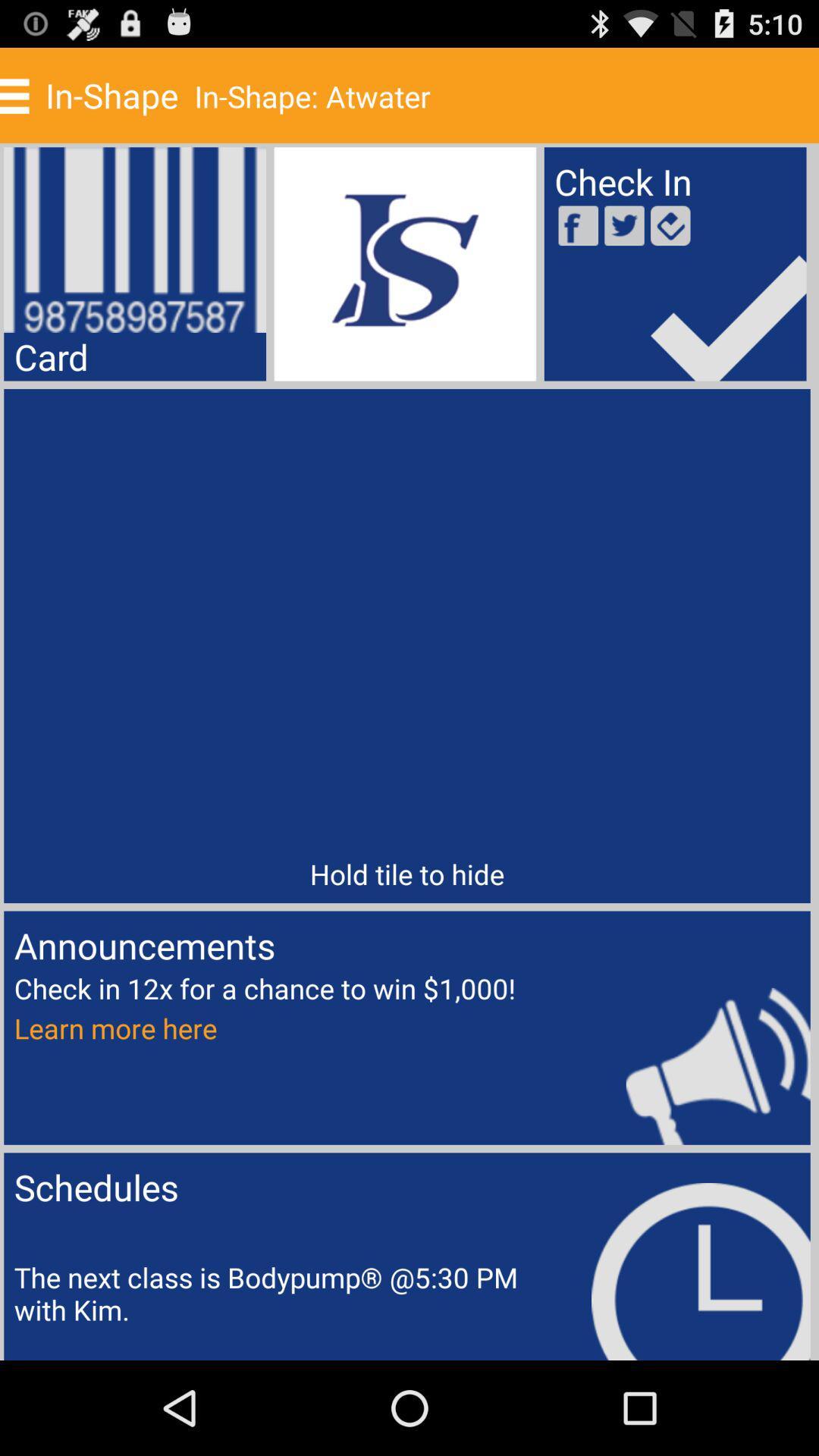 This screenshot has width=819, height=1456. What do you see at coordinates (579, 224) in the screenshot?
I see `the facebook icon` at bounding box center [579, 224].